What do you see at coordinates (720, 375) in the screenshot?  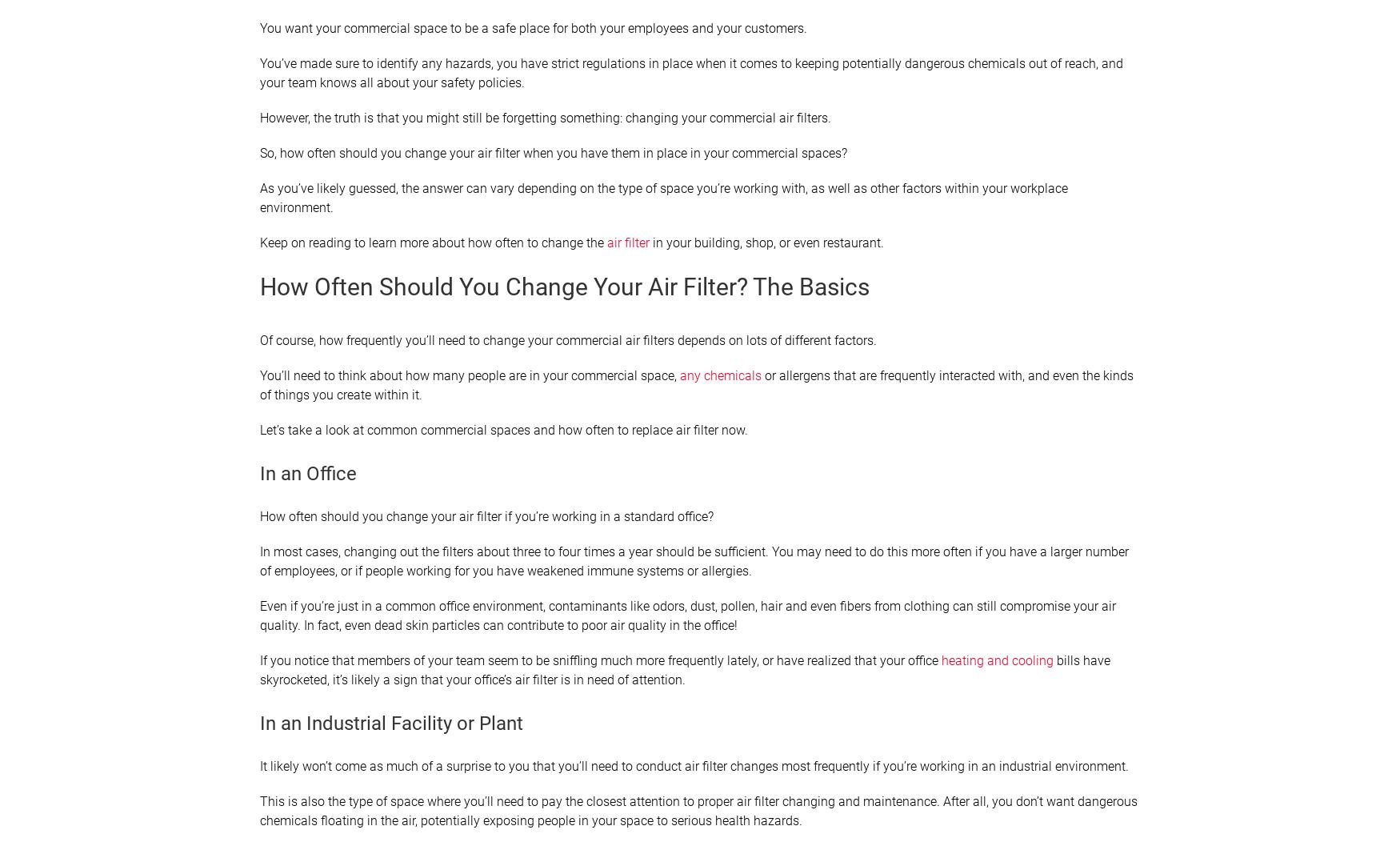 I see `'any chemicals'` at bounding box center [720, 375].